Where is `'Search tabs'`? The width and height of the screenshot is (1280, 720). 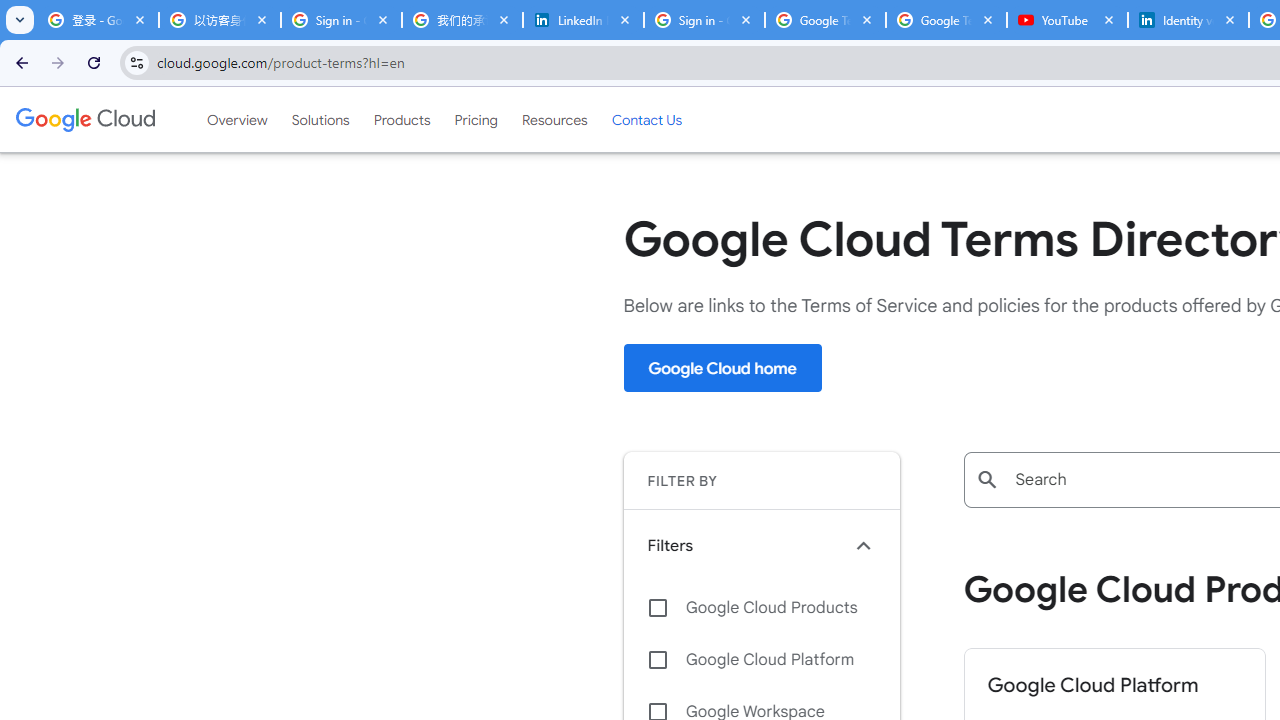 'Search tabs' is located at coordinates (20, 20).